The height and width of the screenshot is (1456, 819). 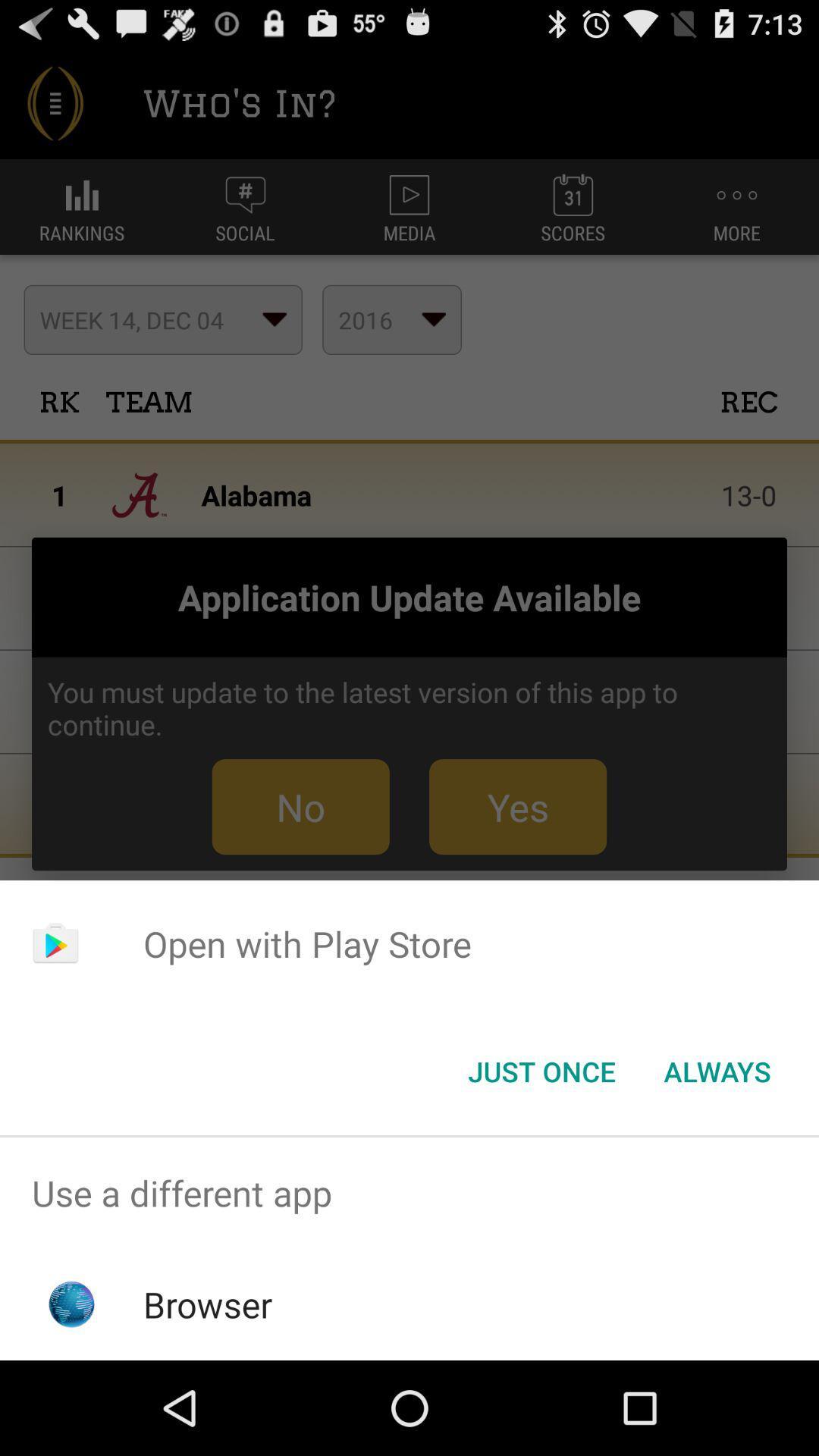 I want to click on the always item, so click(x=717, y=1070).